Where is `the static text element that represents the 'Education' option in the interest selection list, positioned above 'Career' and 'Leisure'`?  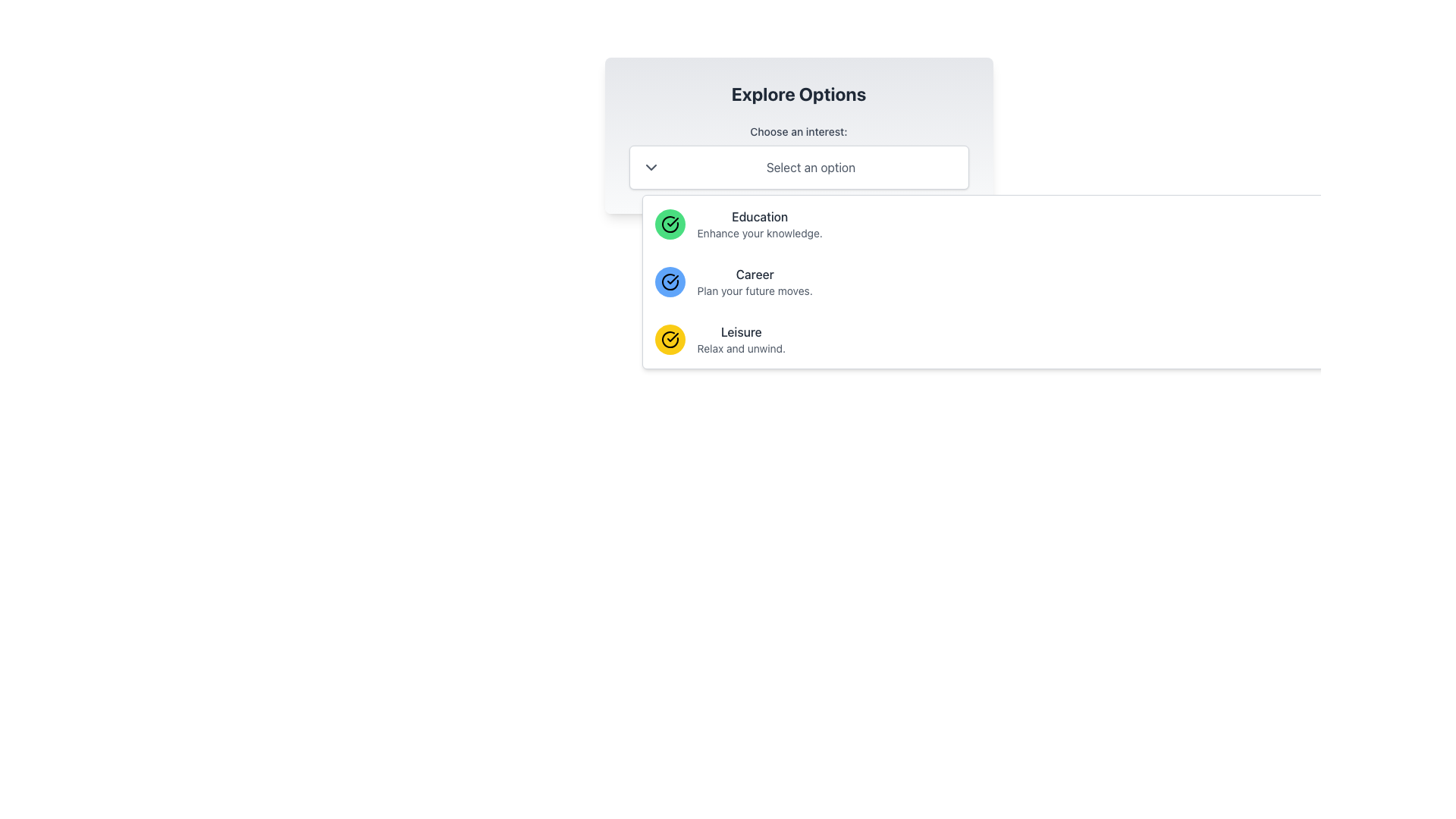 the static text element that represents the 'Education' option in the interest selection list, positioned above 'Career' and 'Leisure' is located at coordinates (760, 224).